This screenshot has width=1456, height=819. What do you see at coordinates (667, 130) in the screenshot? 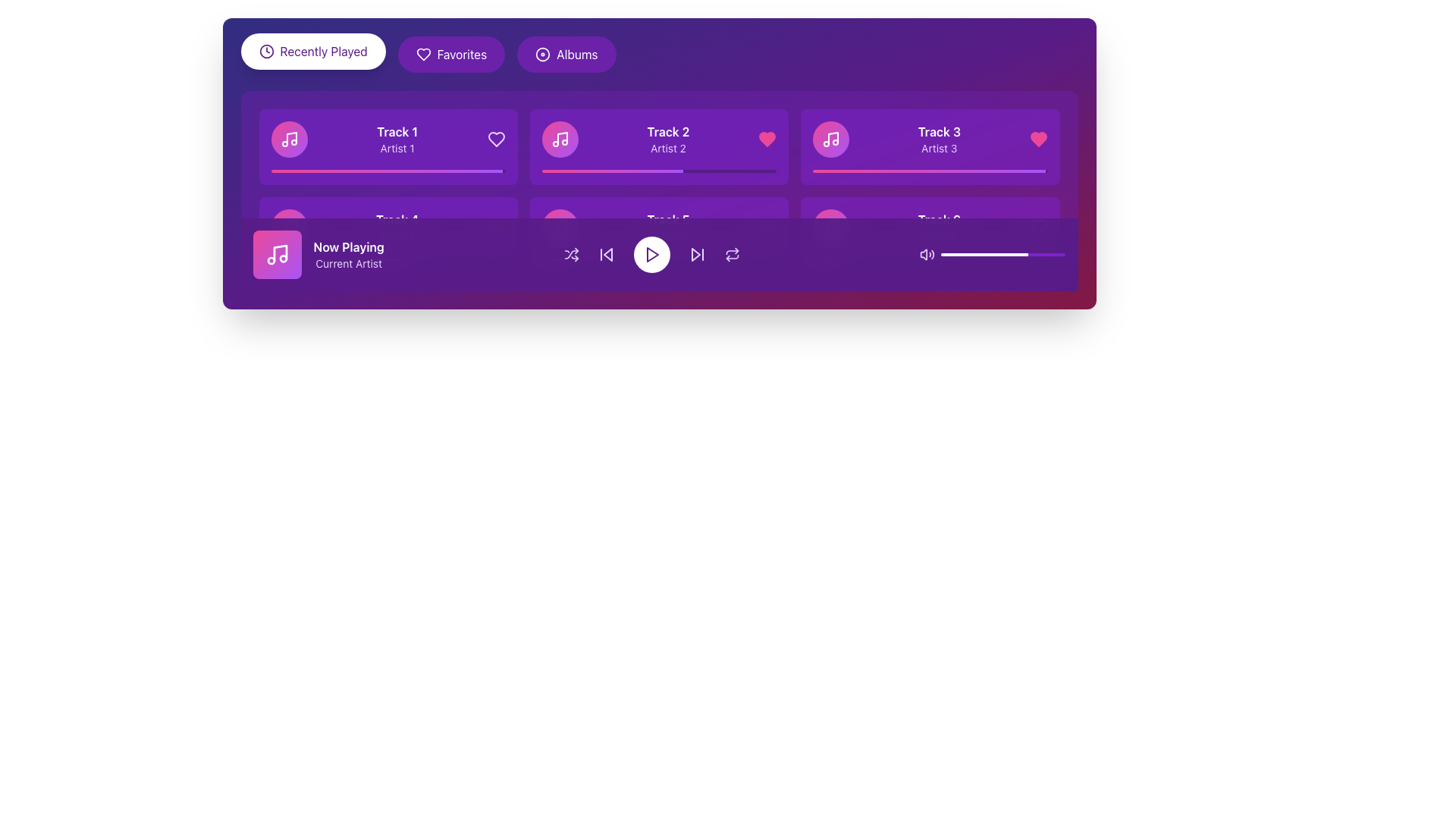
I see `the Text Label displaying 'Track 2', which features a bold white font on a purple background, positioned at the top-center of the music track card` at bounding box center [667, 130].